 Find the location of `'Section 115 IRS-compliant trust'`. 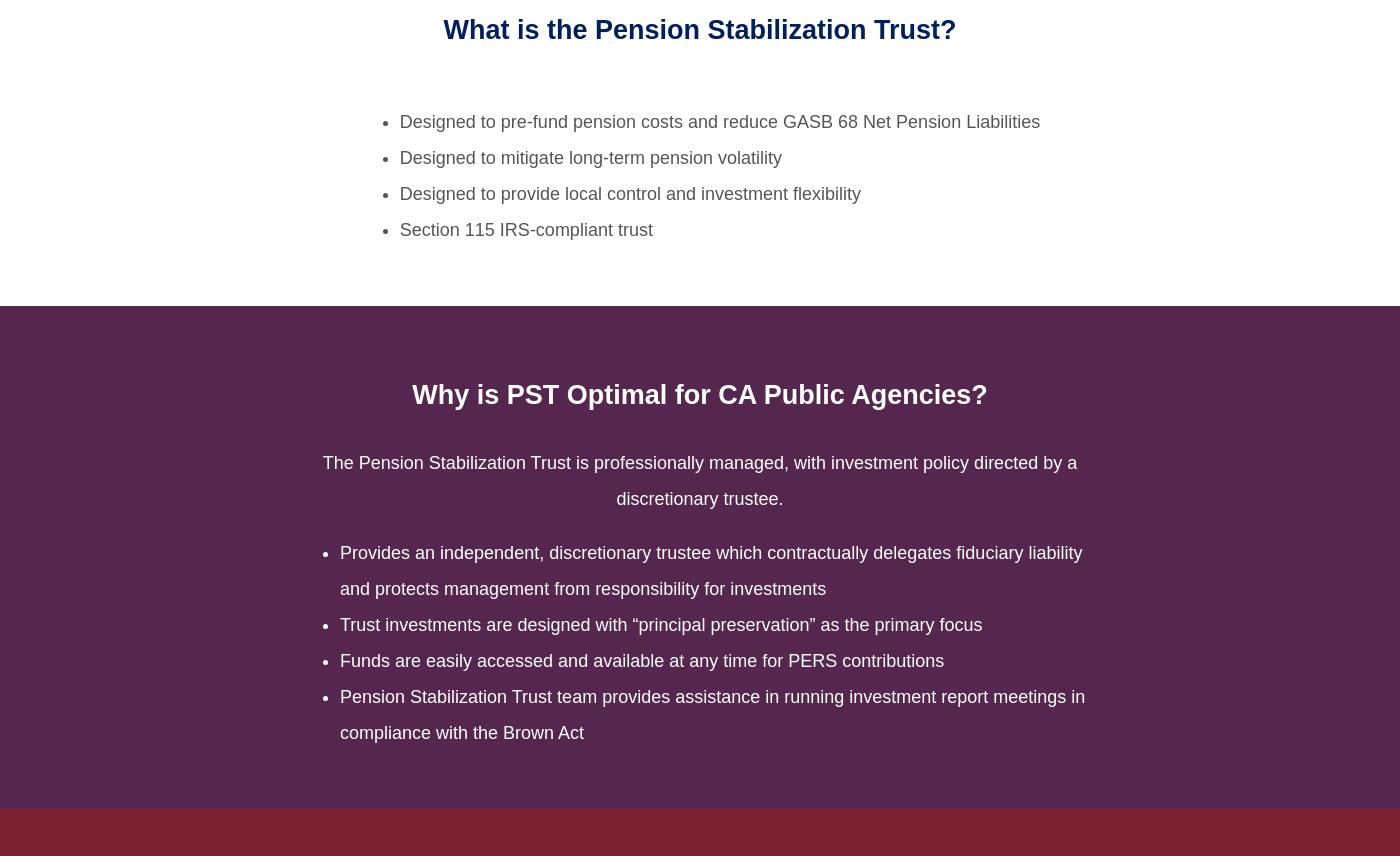

'Section 115 IRS-compliant trust' is located at coordinates (525, 228).